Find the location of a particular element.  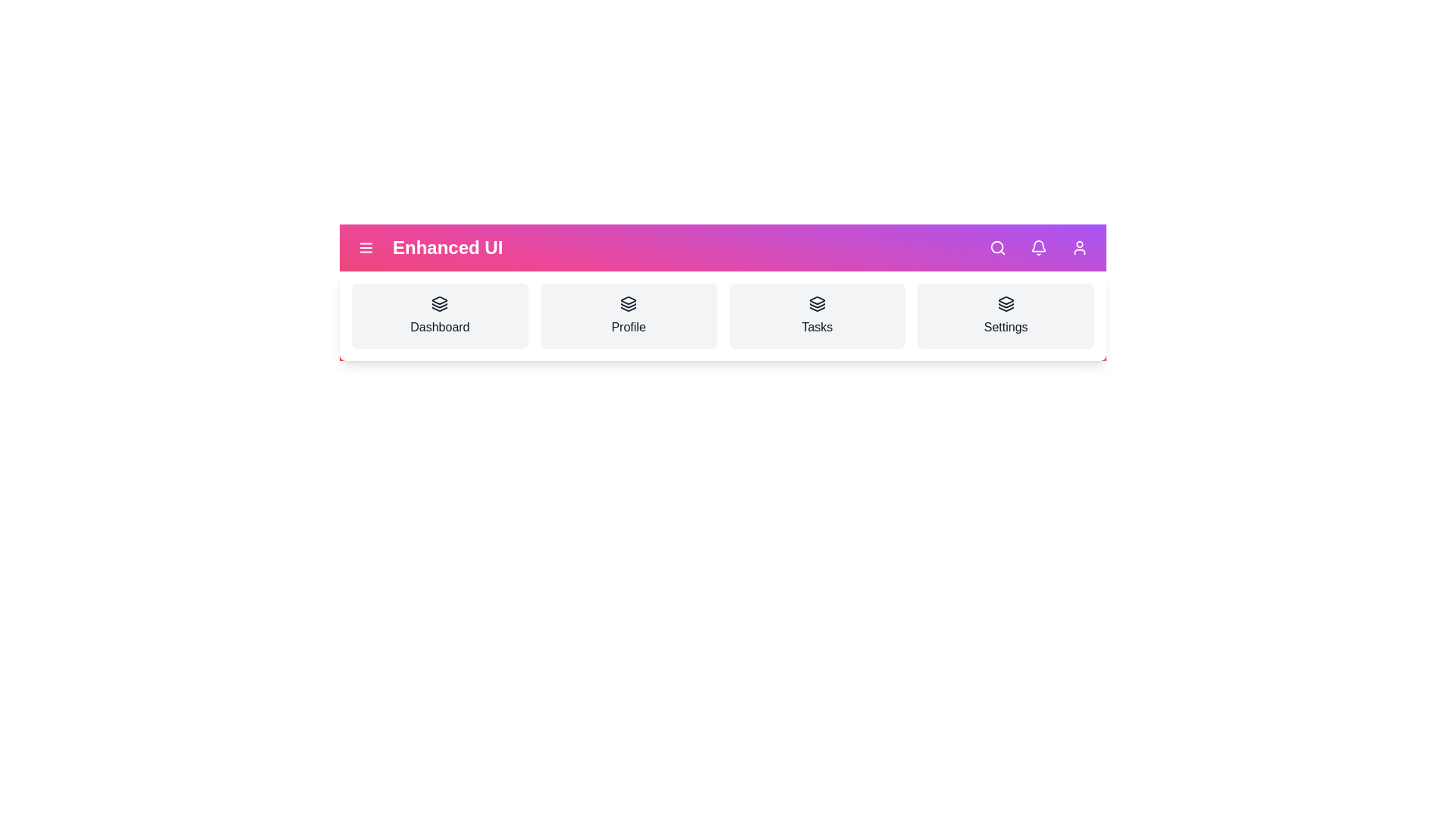

the Profile link in the navigation bar is located at coordinates (629, 315).